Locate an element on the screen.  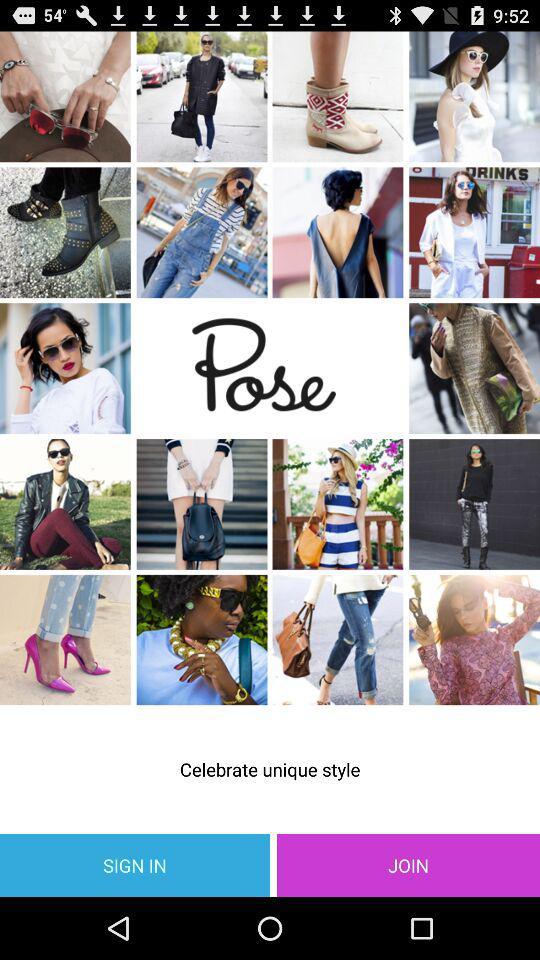
the button next to the sign in is located at coordinates (407, 864).